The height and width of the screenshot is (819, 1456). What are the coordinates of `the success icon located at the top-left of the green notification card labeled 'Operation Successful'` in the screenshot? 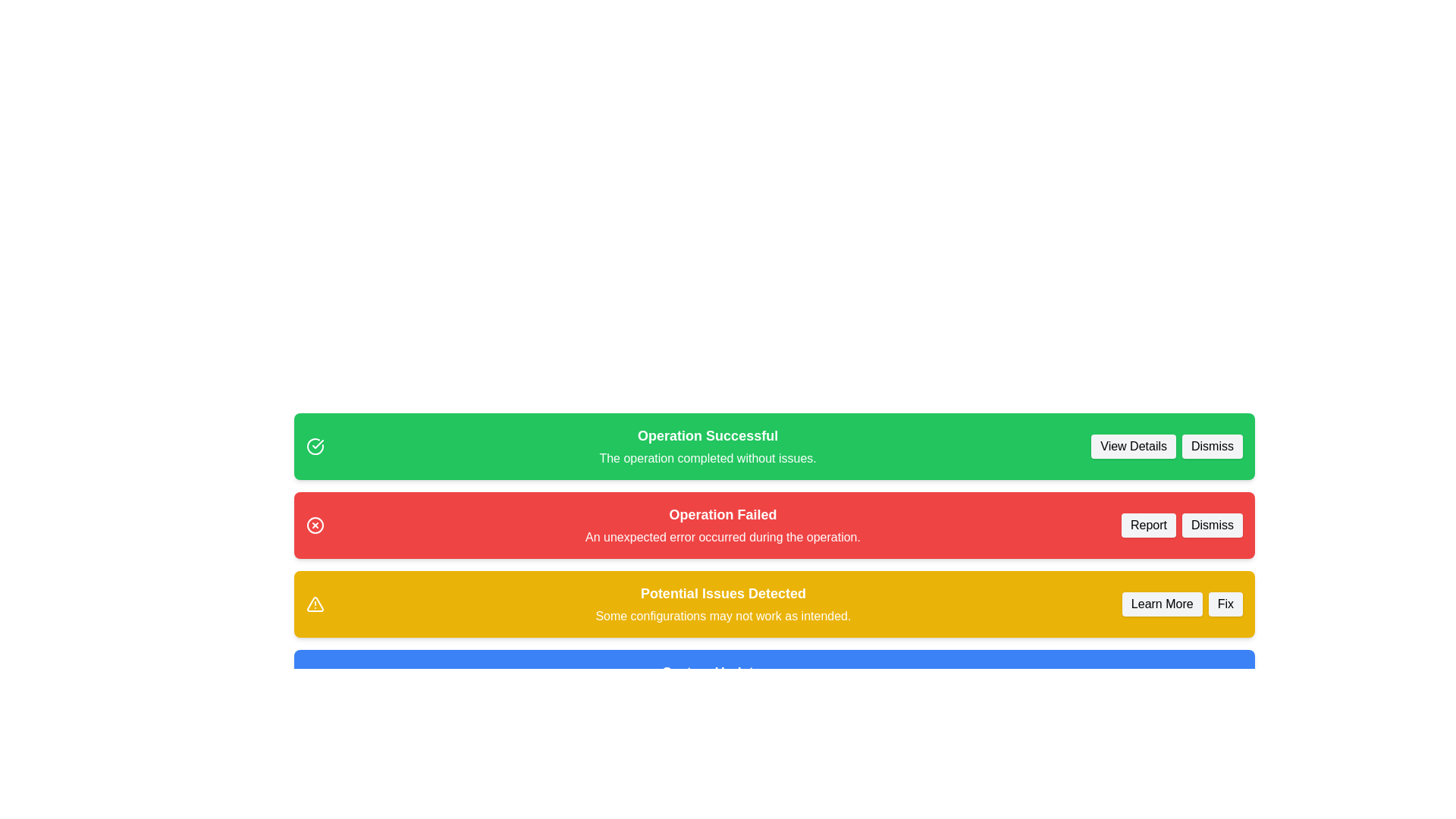 It's located at (315, 446).